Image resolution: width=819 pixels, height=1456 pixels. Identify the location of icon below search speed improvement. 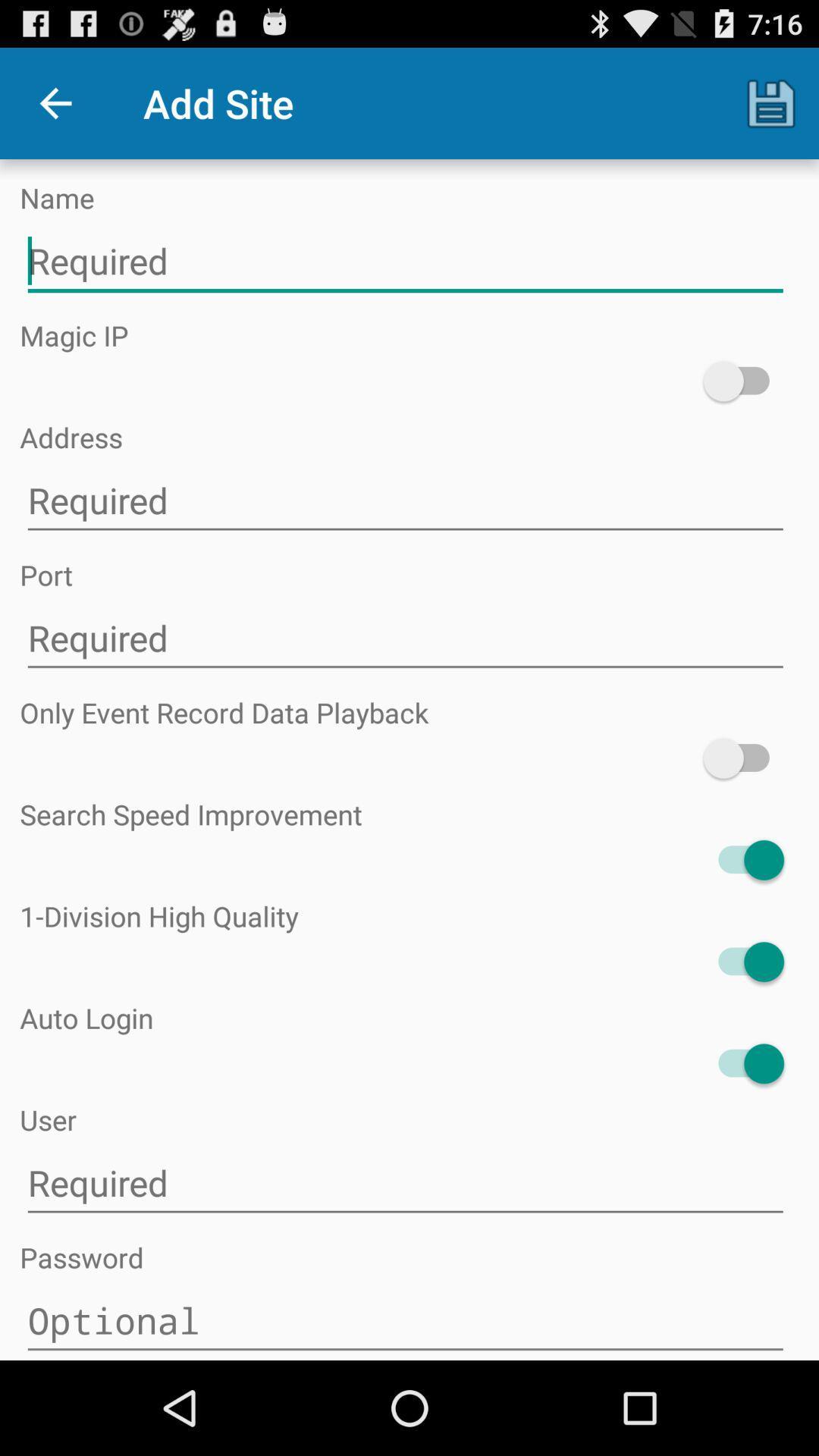
(742, 860).